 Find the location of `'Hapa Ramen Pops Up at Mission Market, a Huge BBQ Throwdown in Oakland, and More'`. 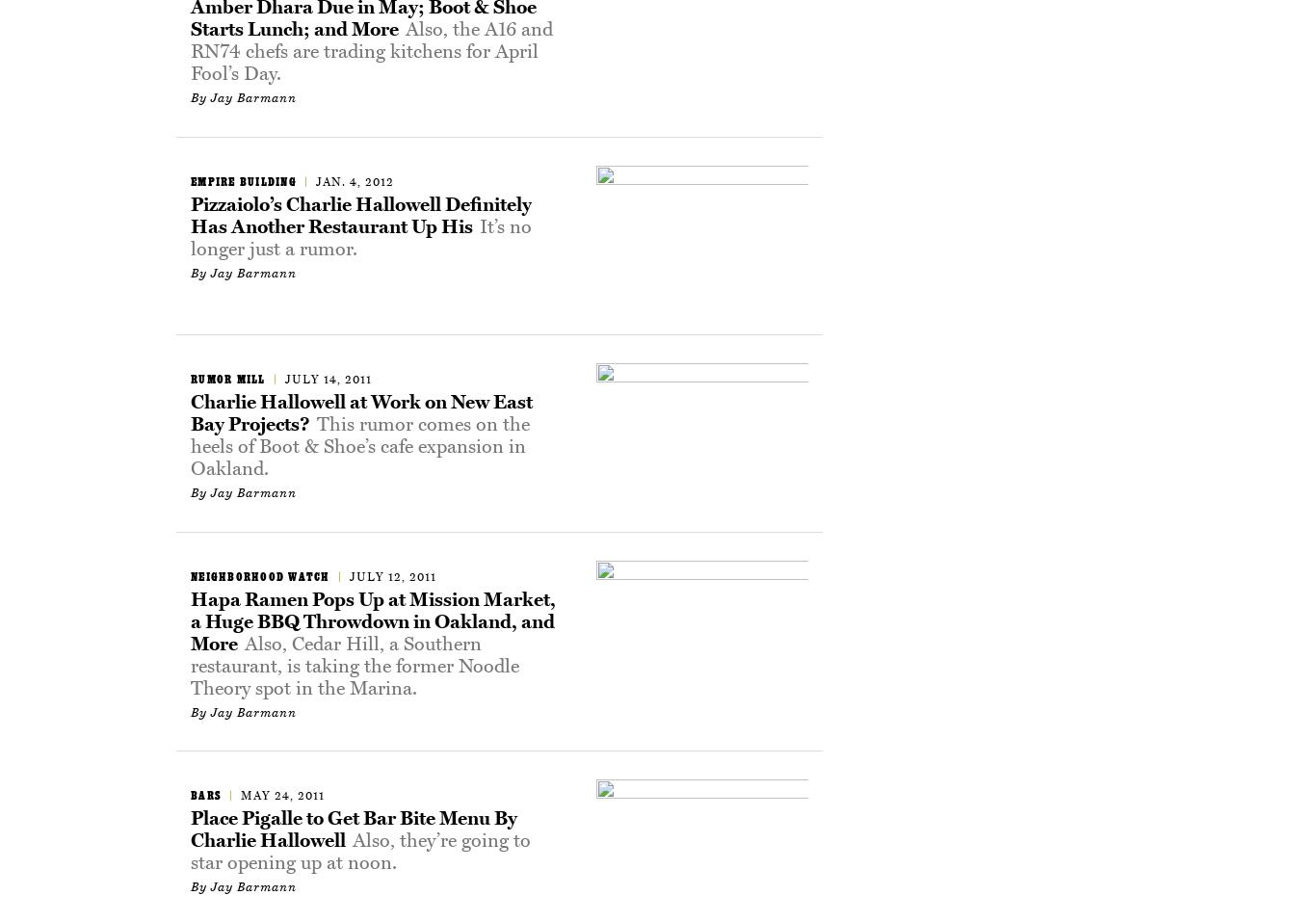

'Hapa Ramen Pops Up at Mission Market, a Huge BBQ Throwdown in Oakland, and More' is located at coordinates (372, 620).